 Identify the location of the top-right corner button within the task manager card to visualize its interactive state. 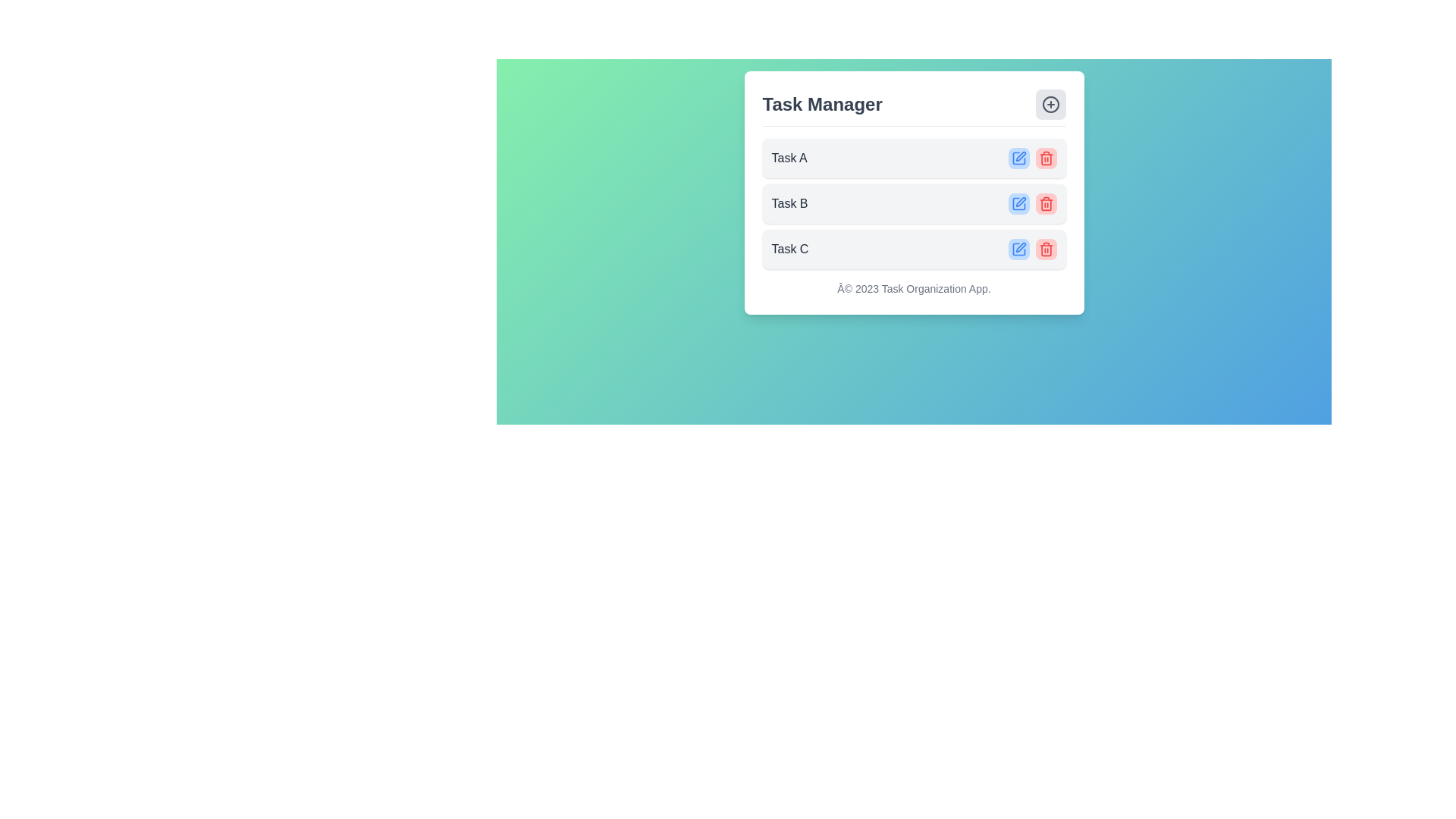
(1050, 104).